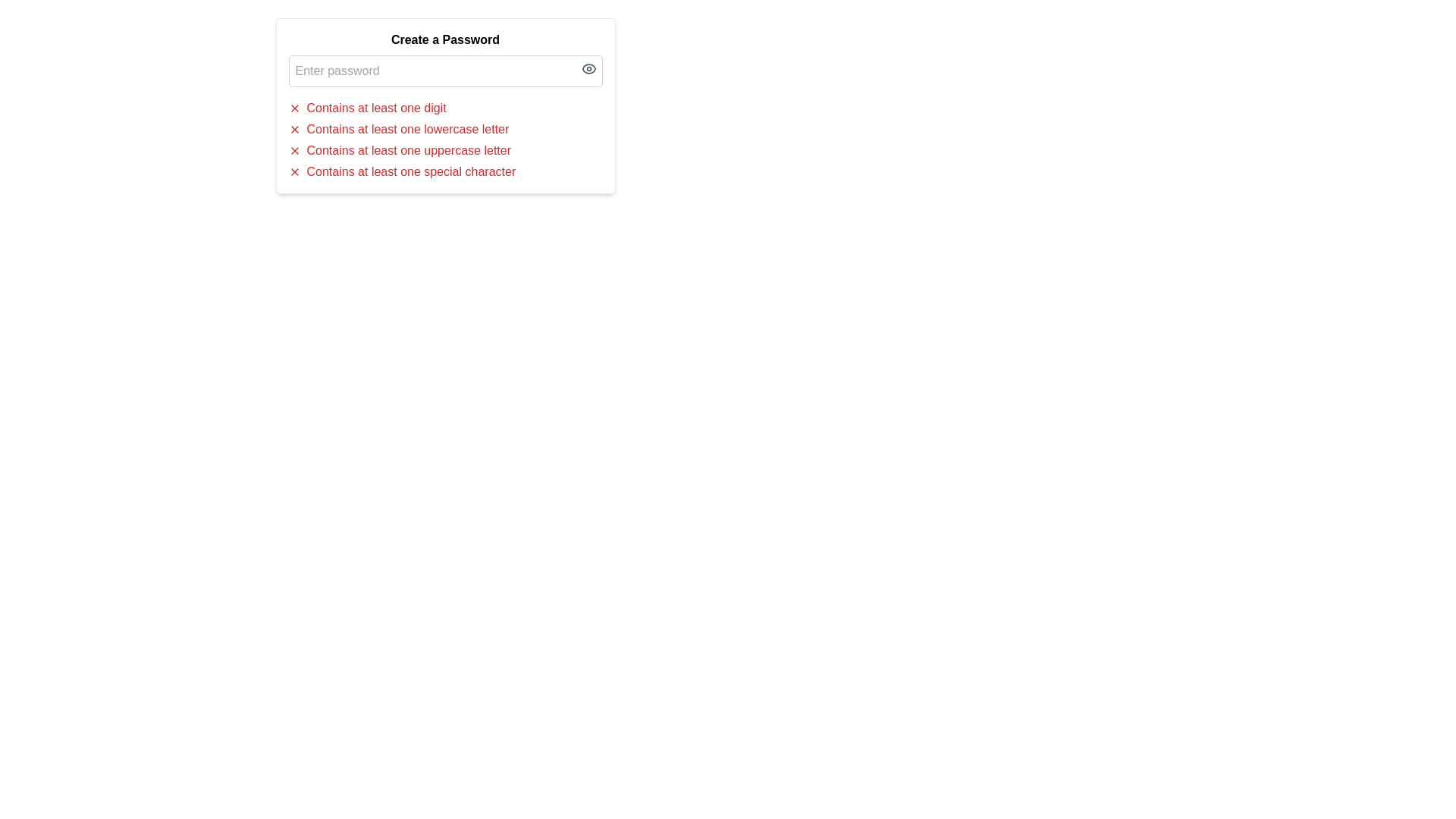  I want to click on the small 'X' icon that indicates the criterion for containing at least one uppercase letter in the password validation section, so click(294, 151).